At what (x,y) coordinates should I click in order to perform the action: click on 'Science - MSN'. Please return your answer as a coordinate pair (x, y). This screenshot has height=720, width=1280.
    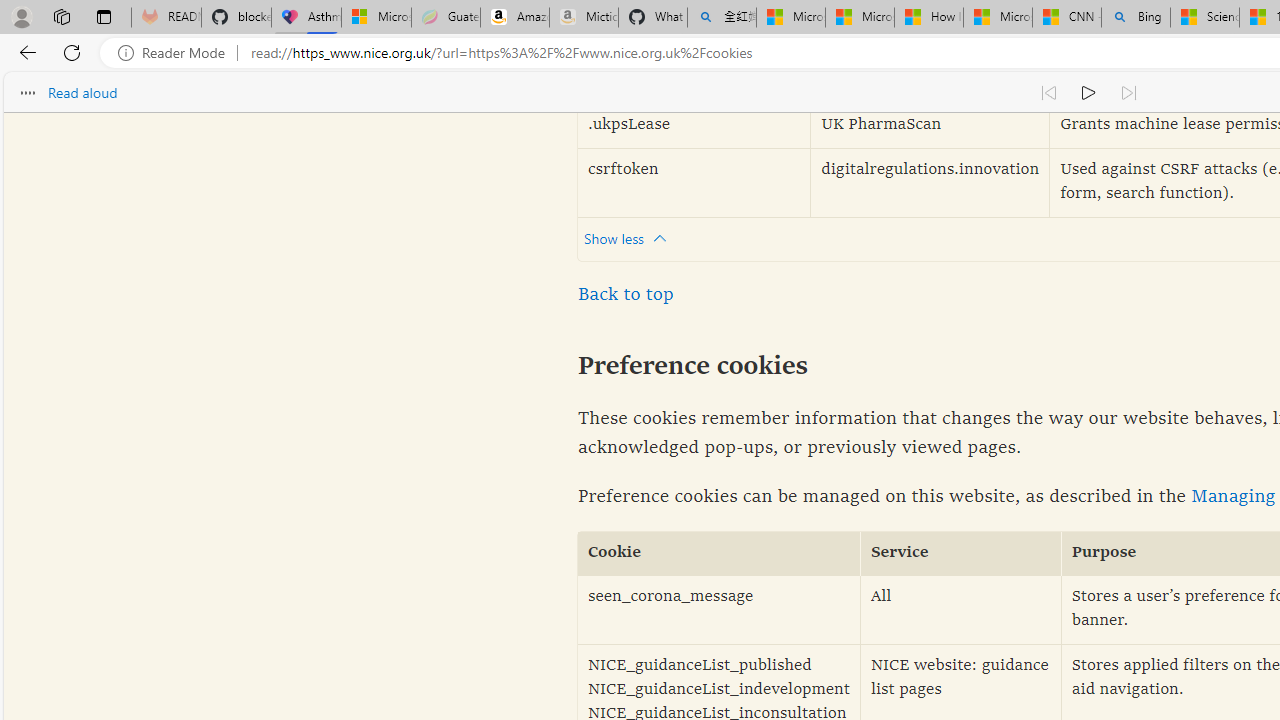
    Looking at the image, I should click on (1204, 17).